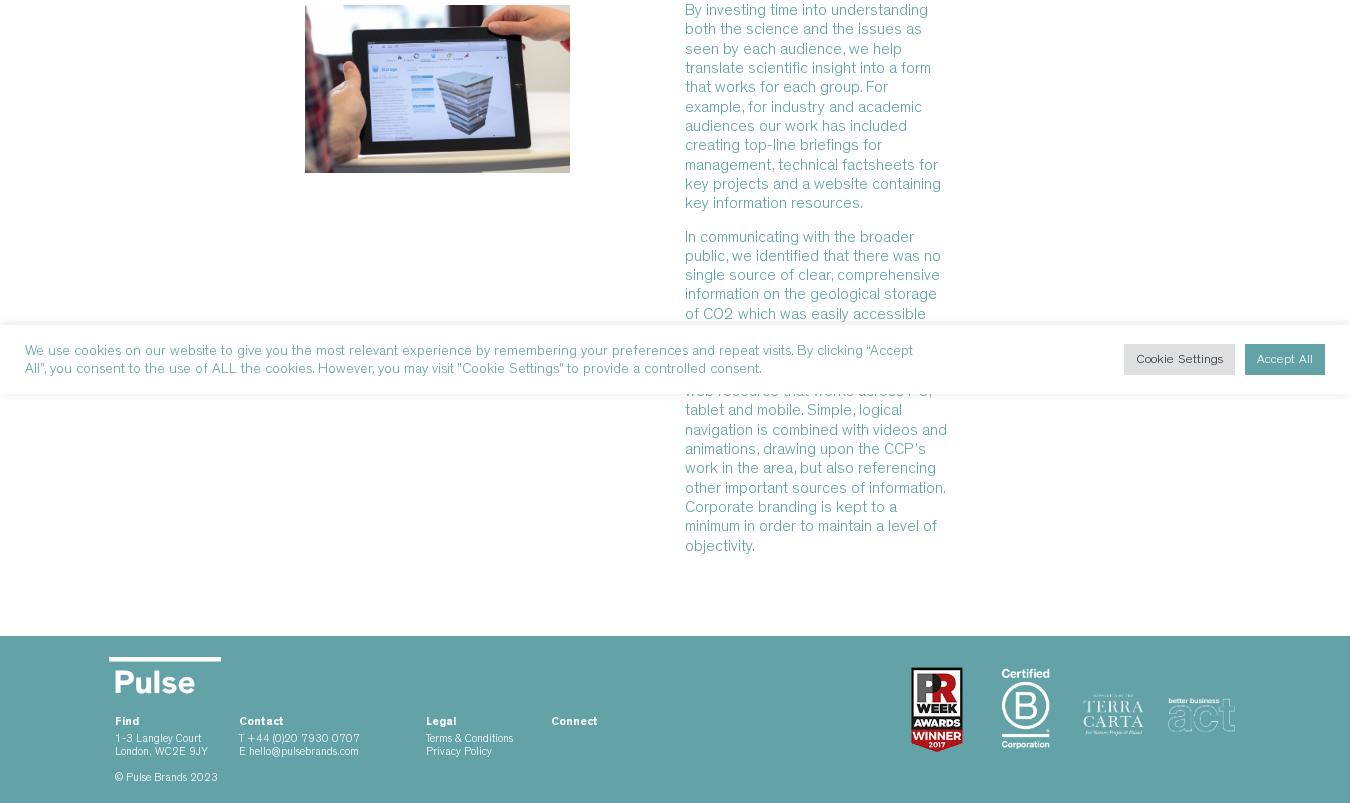 This screenshot has height=803, width=1350. I want to click on 'www.ccsbrowser.com', so click(755, 370).